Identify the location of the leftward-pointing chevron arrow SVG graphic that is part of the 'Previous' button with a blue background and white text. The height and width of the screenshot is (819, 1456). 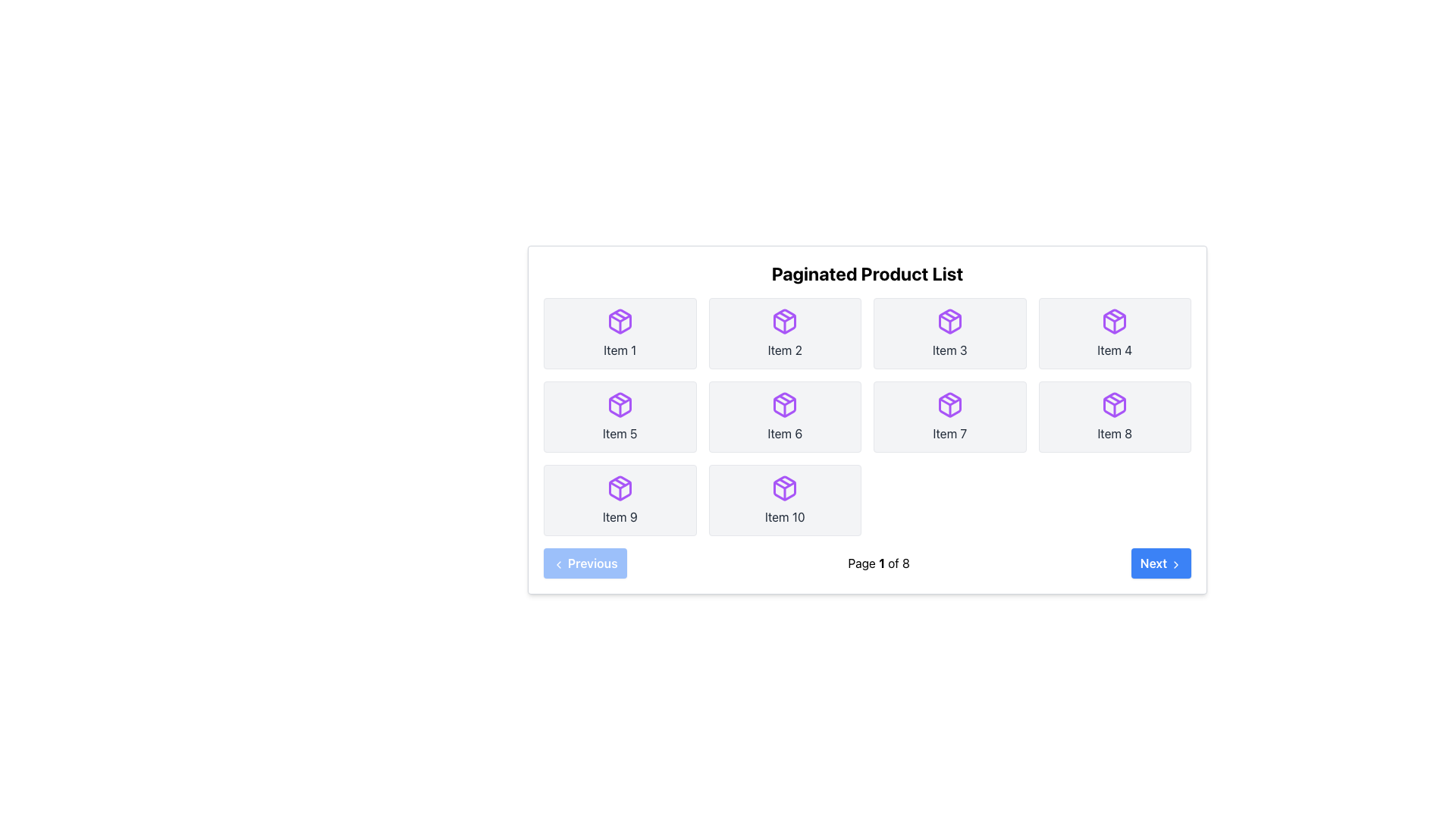
(558, 564).